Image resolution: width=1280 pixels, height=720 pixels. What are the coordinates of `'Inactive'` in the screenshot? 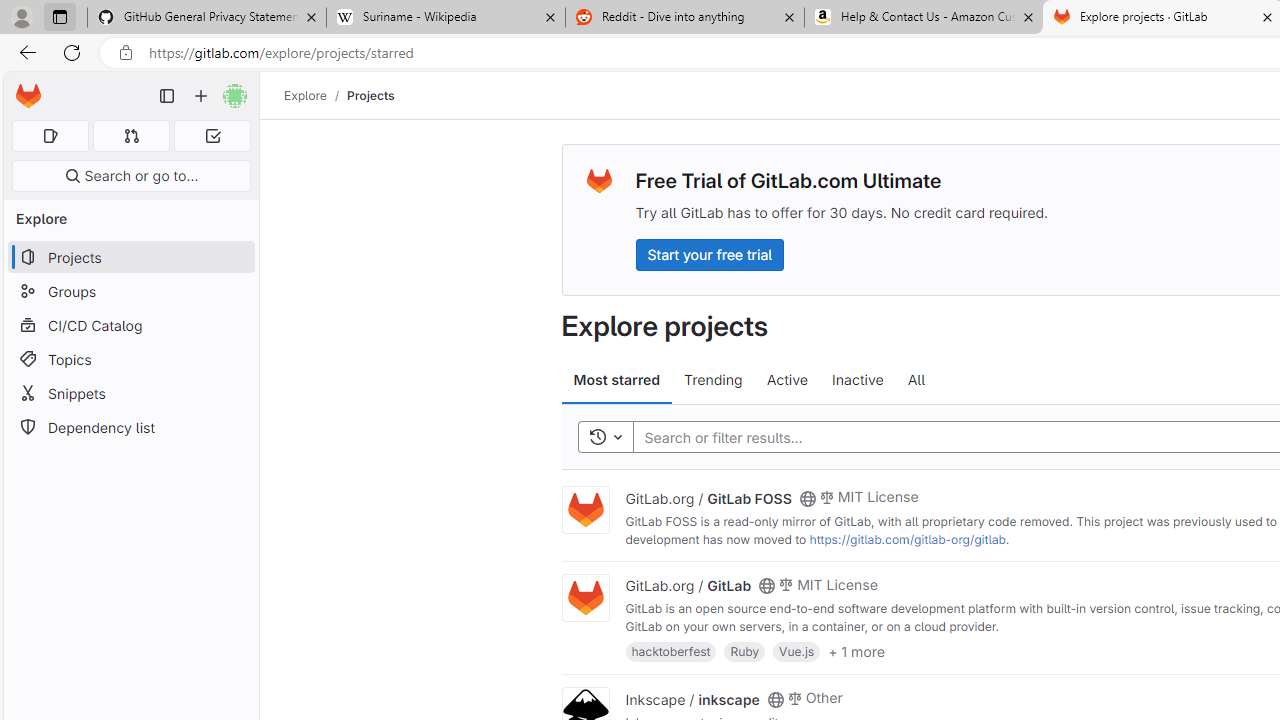 It's located at (858, 380).